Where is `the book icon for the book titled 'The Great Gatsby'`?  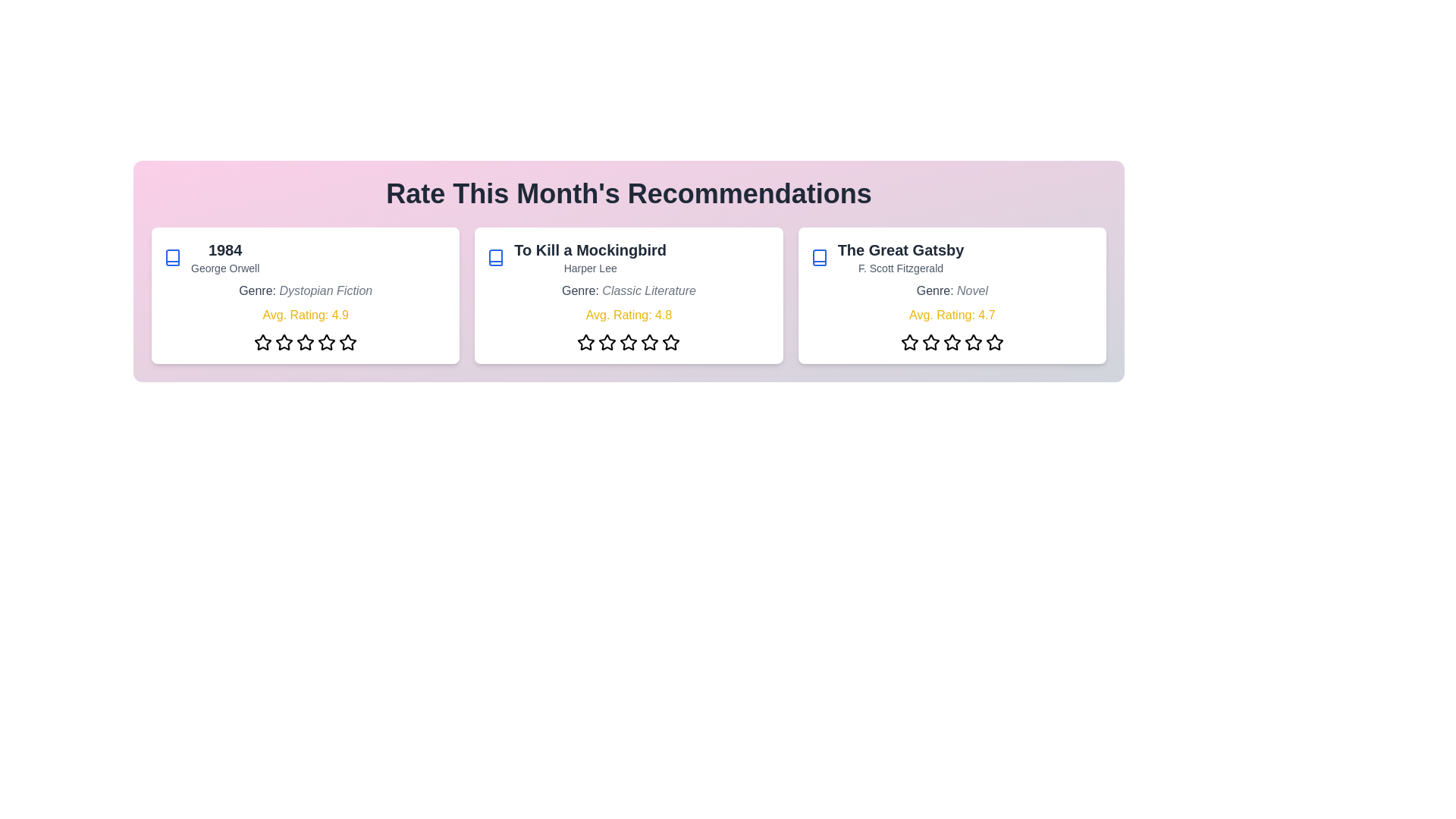 the book icon for the book titled 'The Great Gatsby' is located at coordinates (818, 256).